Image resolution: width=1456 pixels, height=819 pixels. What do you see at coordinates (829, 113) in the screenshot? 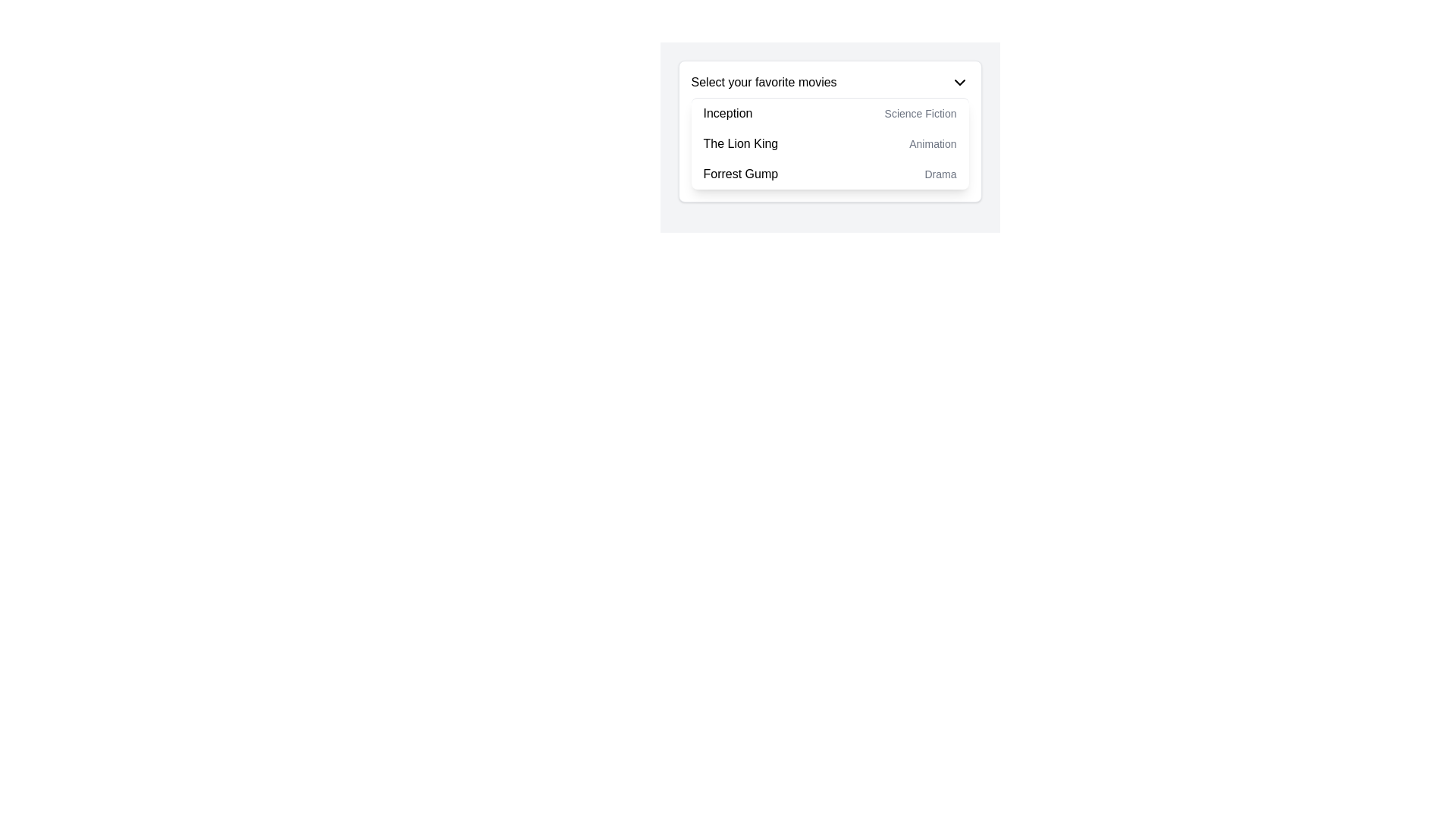
I see `the first list item element in the dropdown menu, which displays 'Inception' in bold black font and 'Science Fiction' in gray font` at bounding box center [829, 113].